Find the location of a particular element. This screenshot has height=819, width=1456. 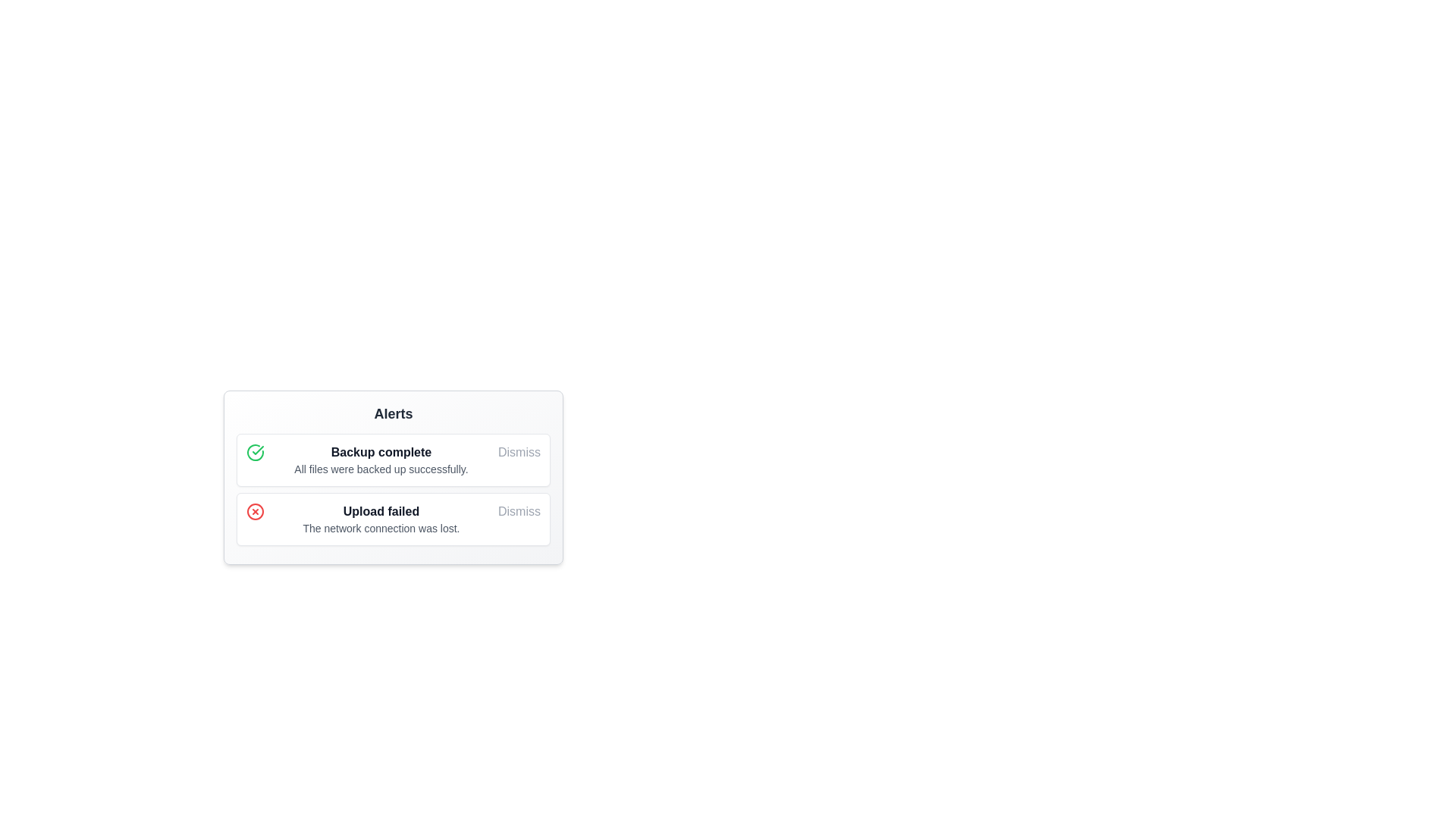

the green circular graphical representation that symbolizes a 'check' mark, located to the left of the 'Backup complete' notification message in the alerts section is located at coordinates (255, 452).